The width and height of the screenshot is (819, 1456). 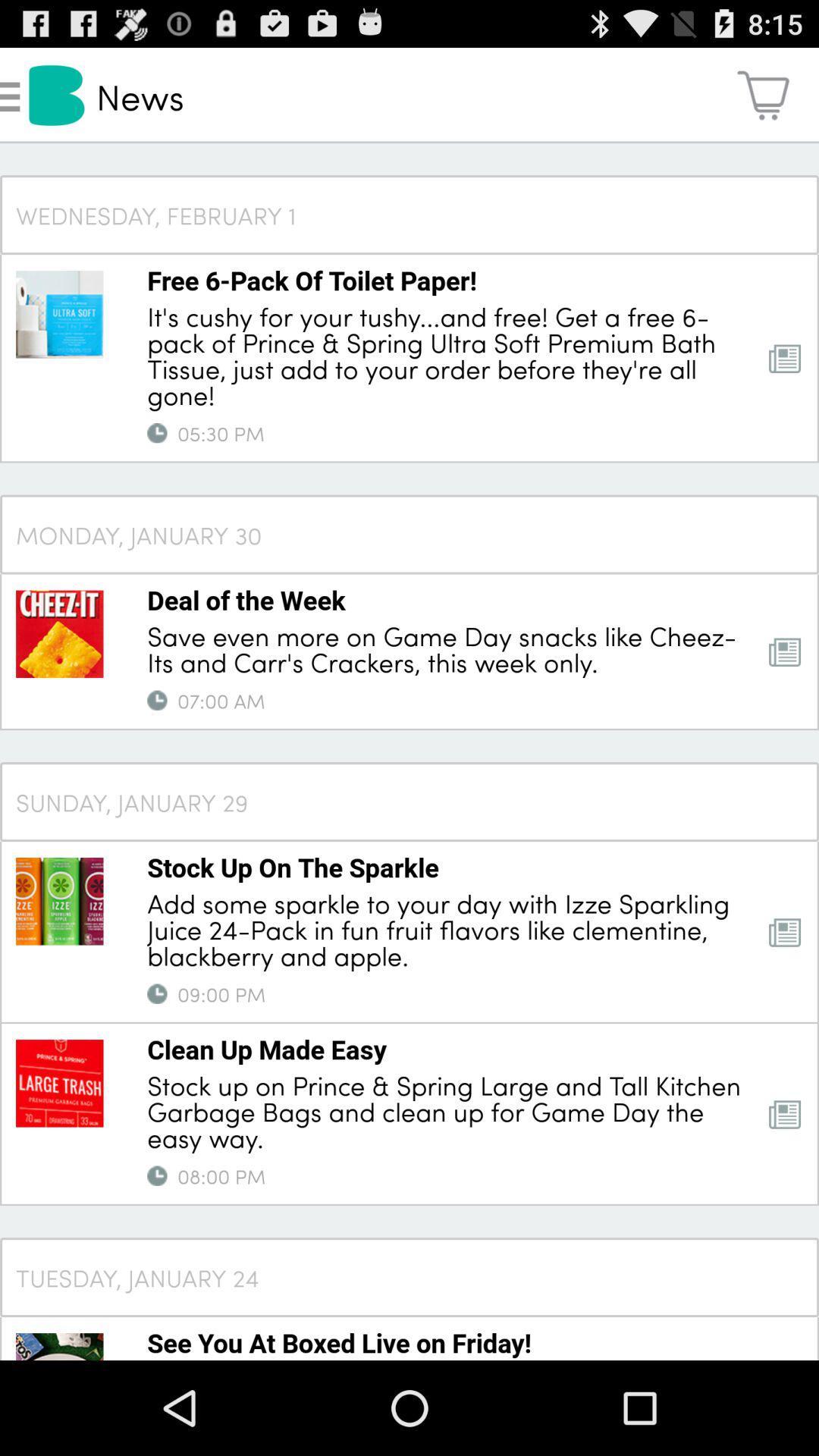 I want to click on the icon below it s cushy icon, so click(x=157, y=432).